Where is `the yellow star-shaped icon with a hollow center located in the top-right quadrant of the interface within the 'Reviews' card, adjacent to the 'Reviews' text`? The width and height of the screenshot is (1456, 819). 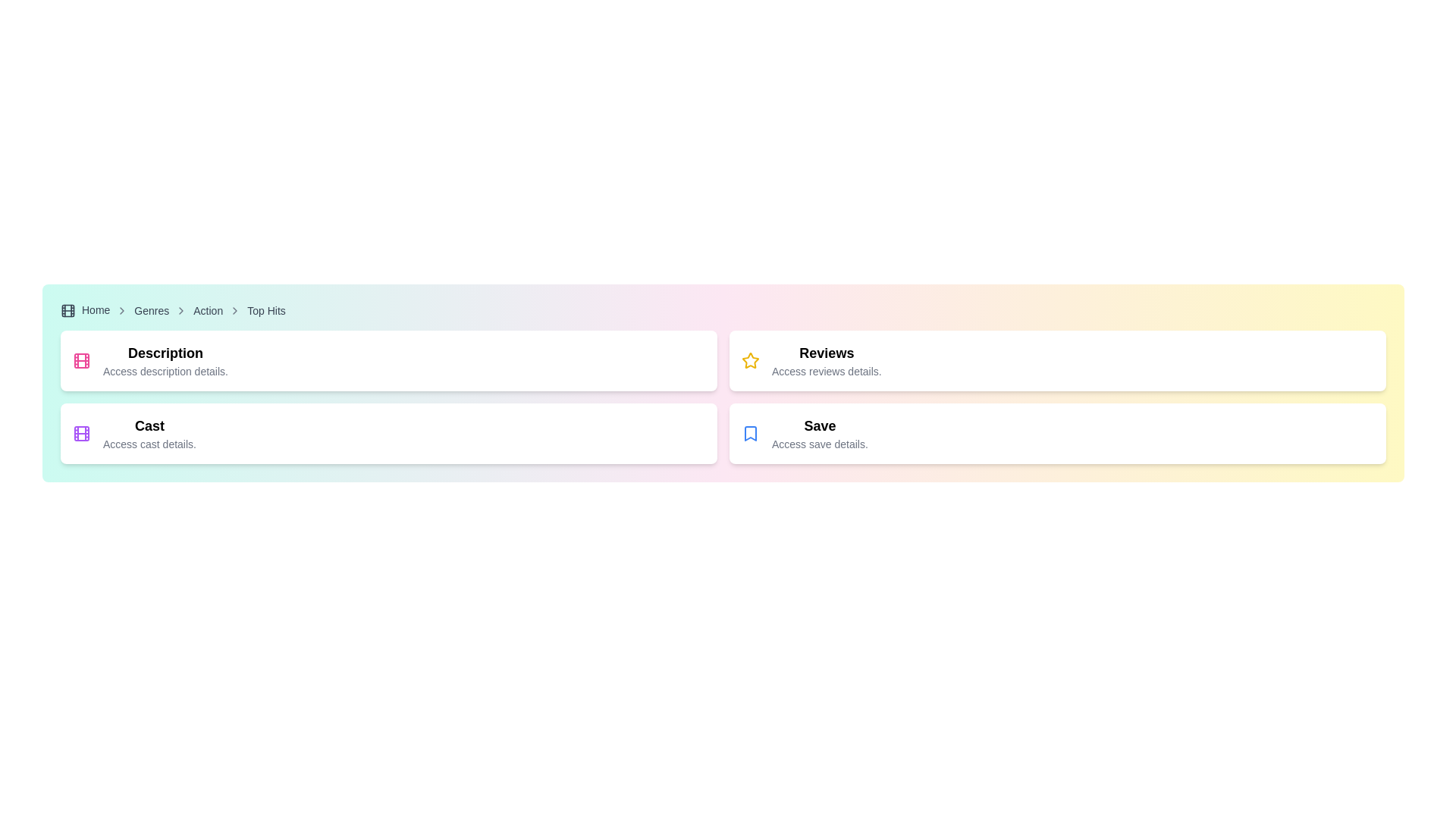
the yellow star-shaped icon with a hollow center located in the top-right quadrant of the interface within the 'Reviews' card, adjacent to the 'Reviews' text is located at coordinates (750, 360).